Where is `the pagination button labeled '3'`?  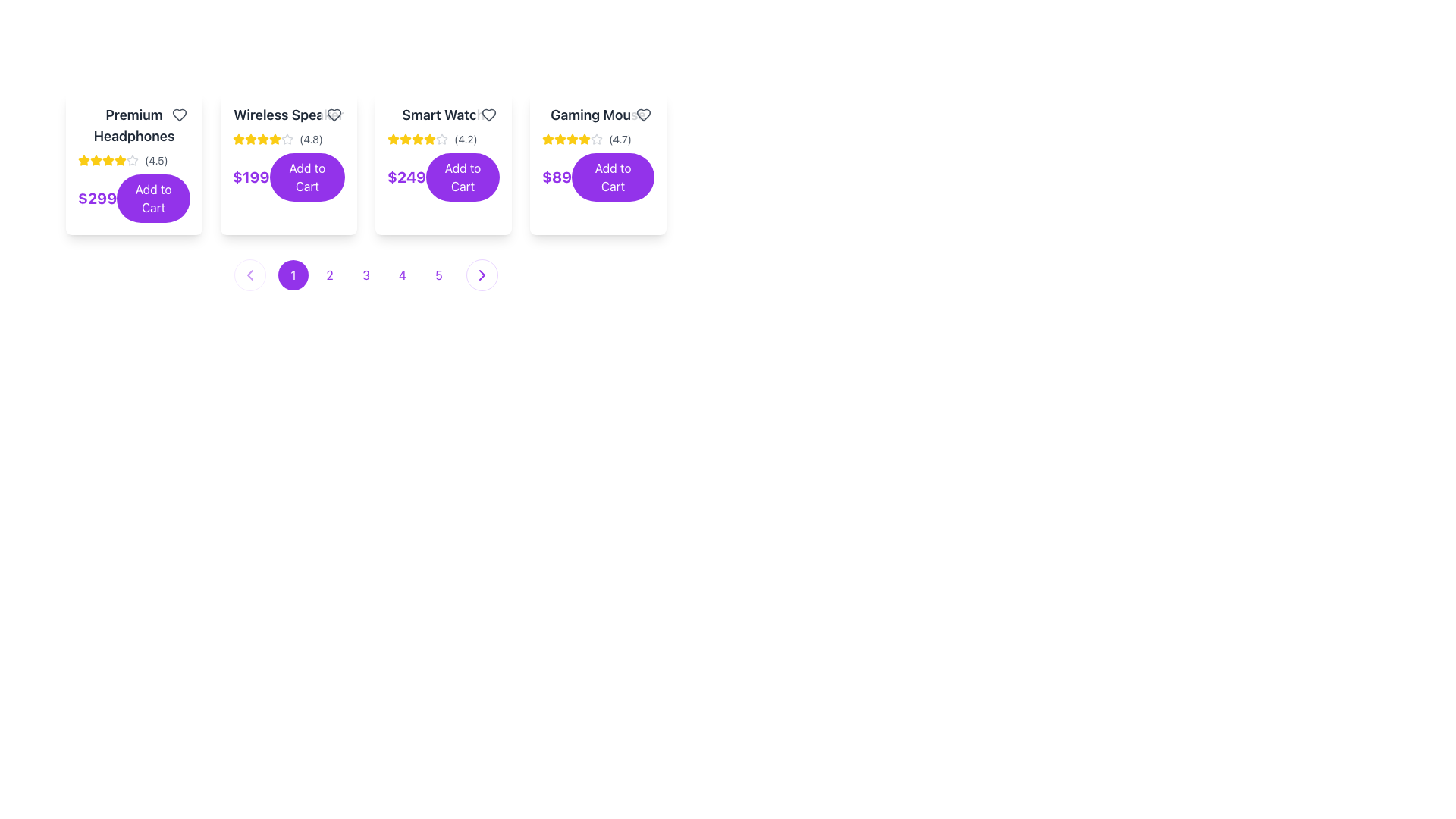 the pagination button labeled '3' is located at coordinates (366, 275).